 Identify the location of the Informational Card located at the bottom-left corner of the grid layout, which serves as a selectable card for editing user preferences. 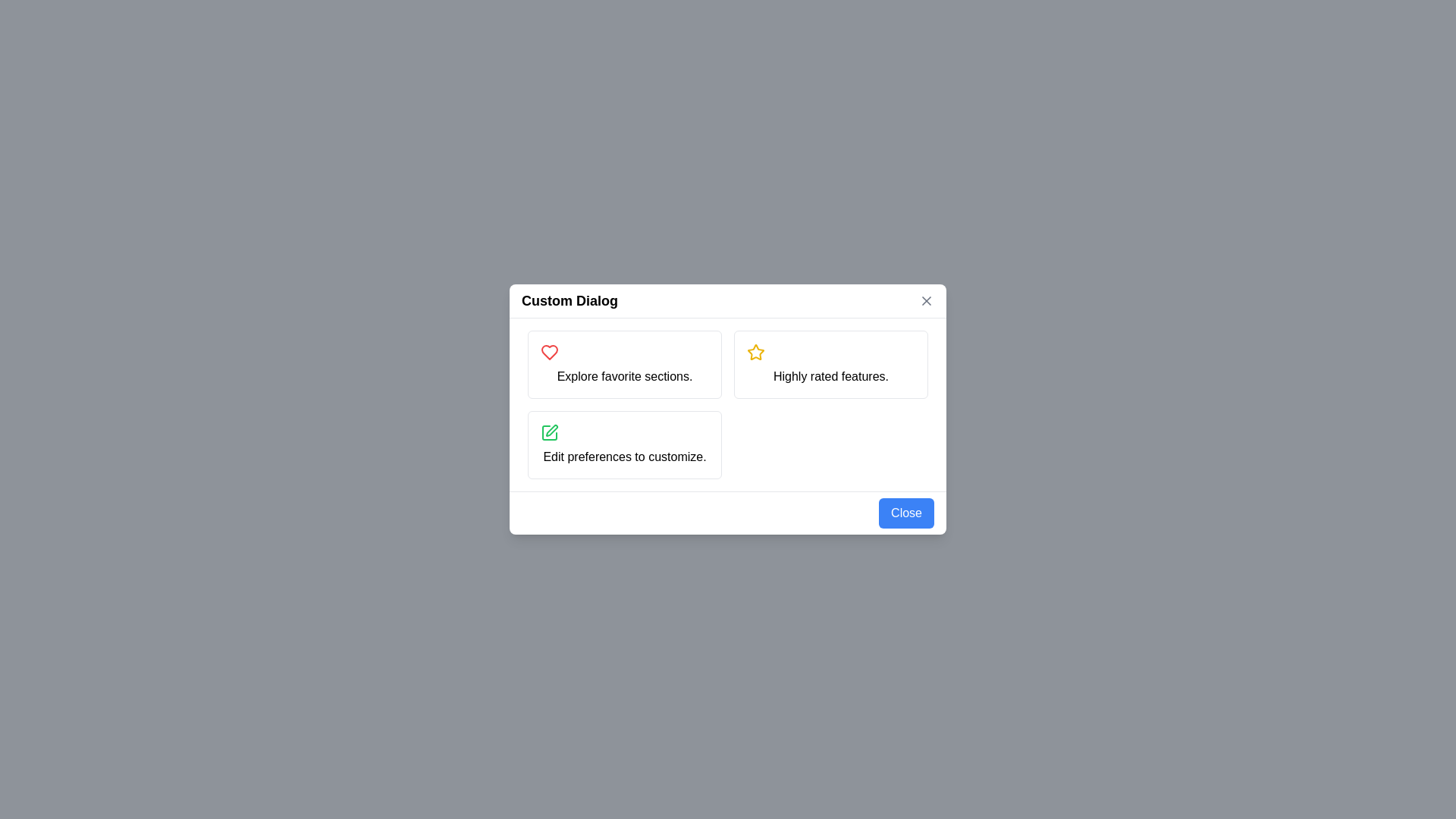
(625, 444).